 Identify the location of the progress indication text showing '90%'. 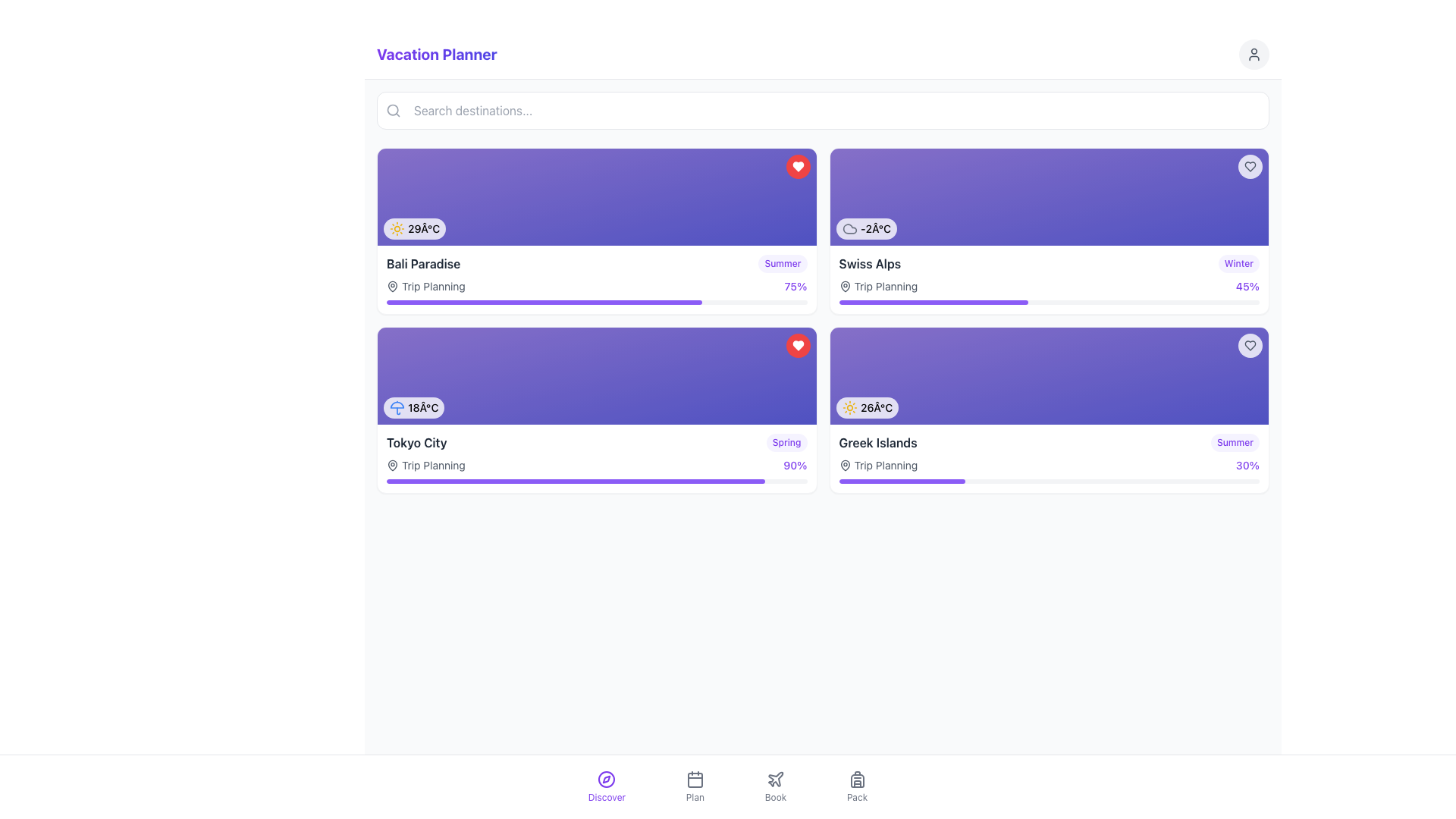
(794, 464).